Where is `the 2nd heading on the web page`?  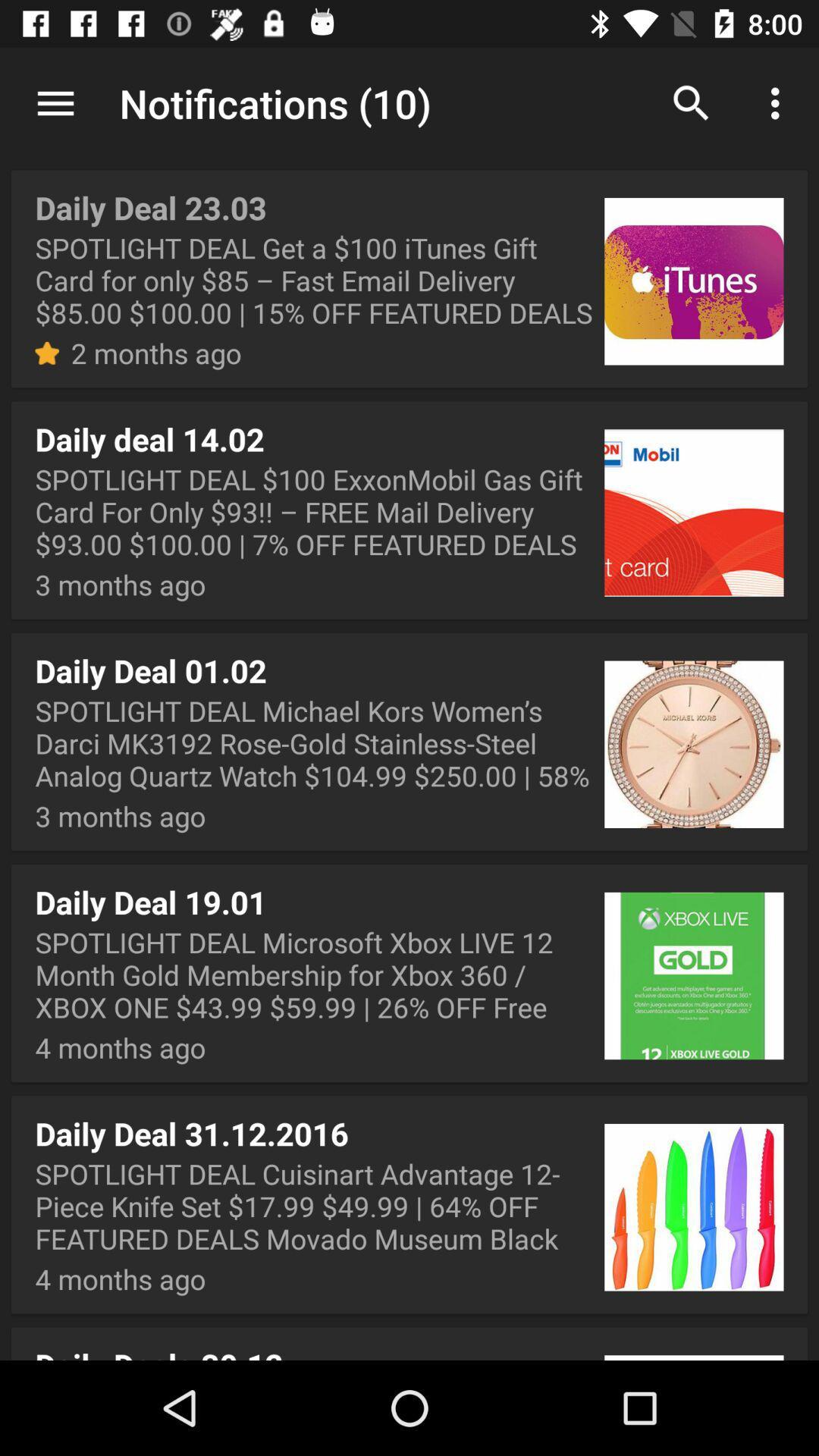 the 2nd heading on the web page is located at coordinates (409, 510).